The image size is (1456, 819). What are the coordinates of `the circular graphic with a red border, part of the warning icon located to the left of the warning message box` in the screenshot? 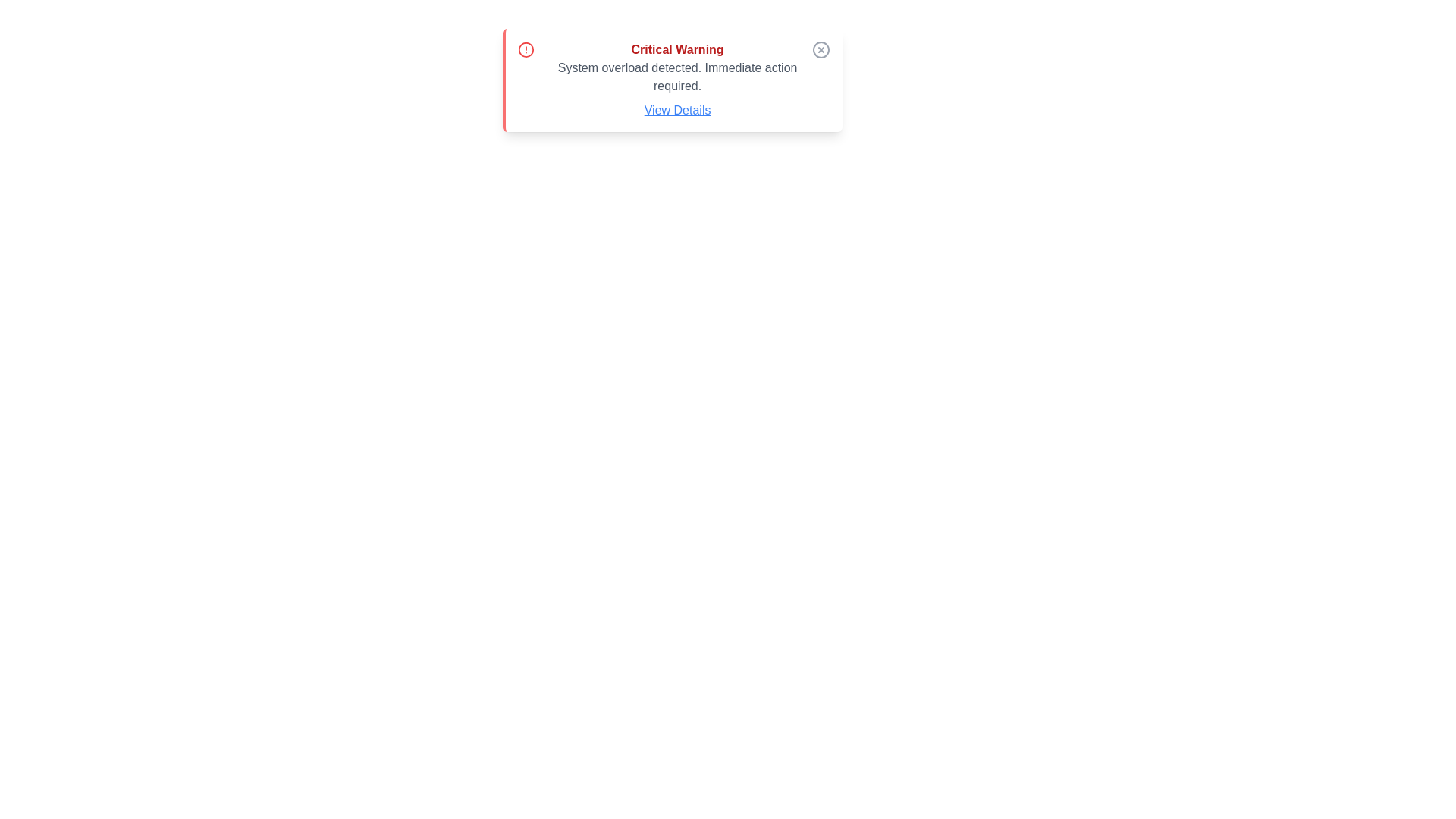 It's located at (526, 49).